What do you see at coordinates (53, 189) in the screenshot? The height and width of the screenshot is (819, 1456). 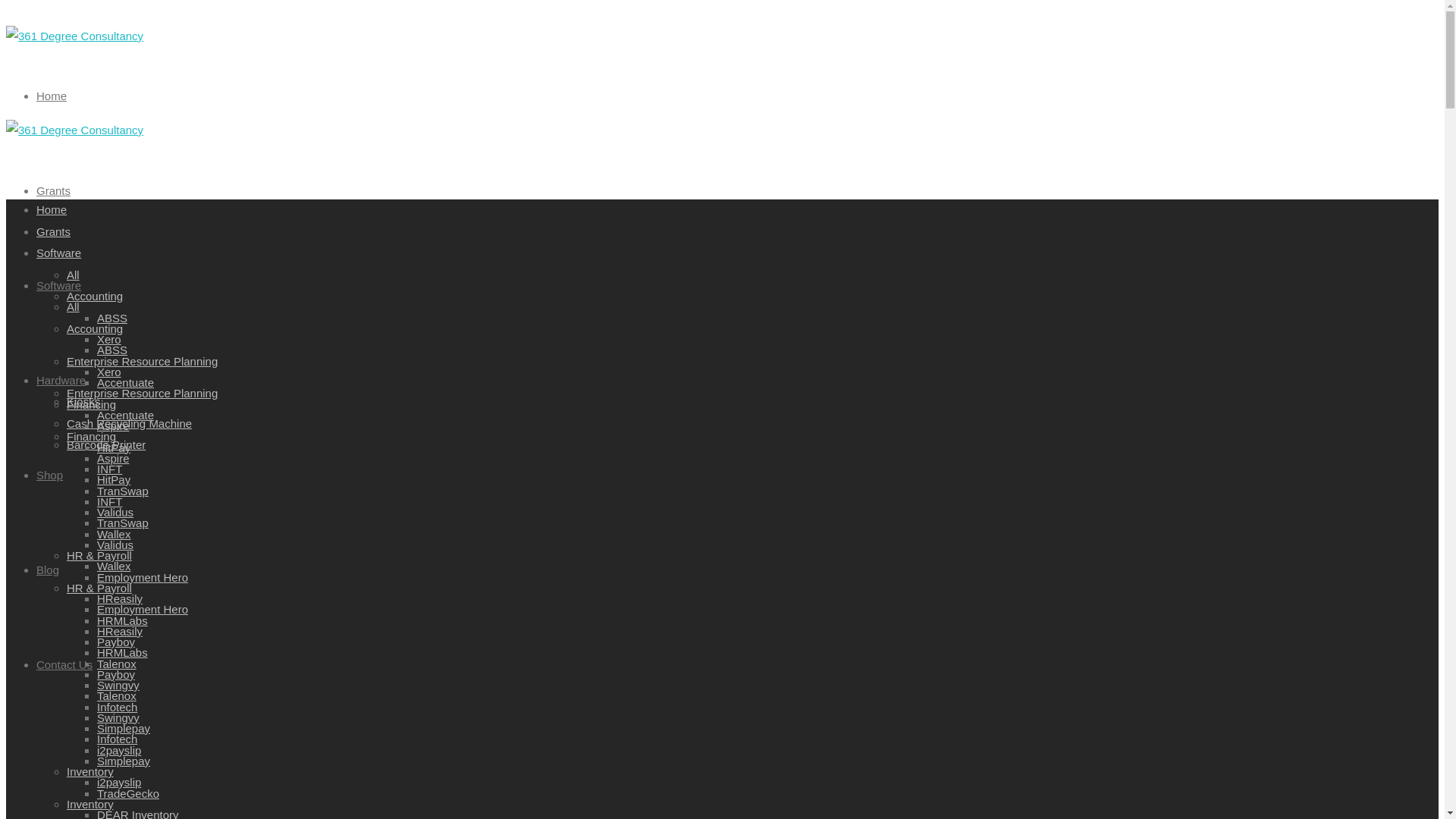 I see `'Grants'` at bounding box center [53, 189].